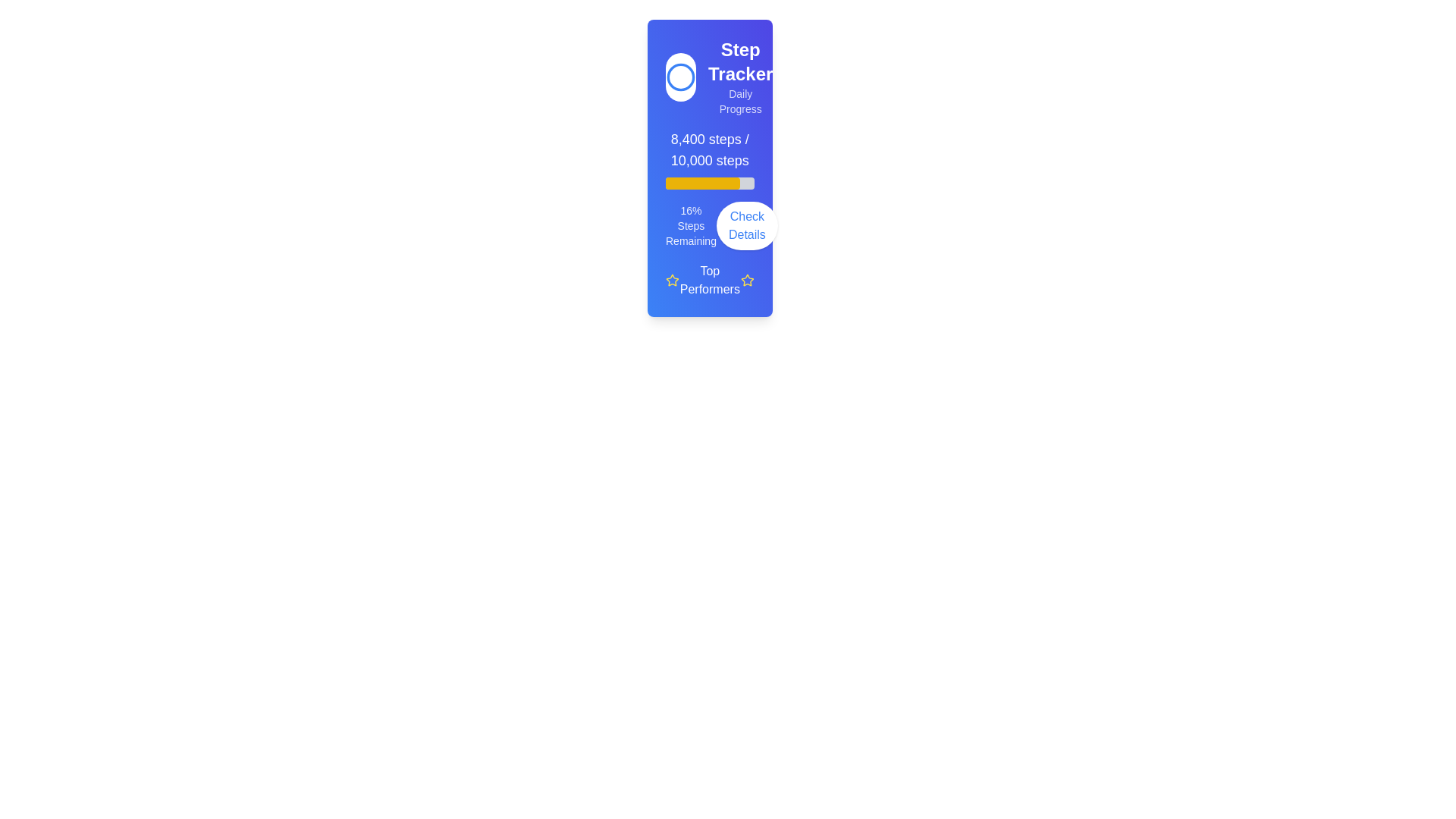 The height and width of the screenshot is (819, 1456). I want to click on the circular icon with a blue outline that is located at the top of the card, above the 'Step Tracker' title, so click(679, 77).